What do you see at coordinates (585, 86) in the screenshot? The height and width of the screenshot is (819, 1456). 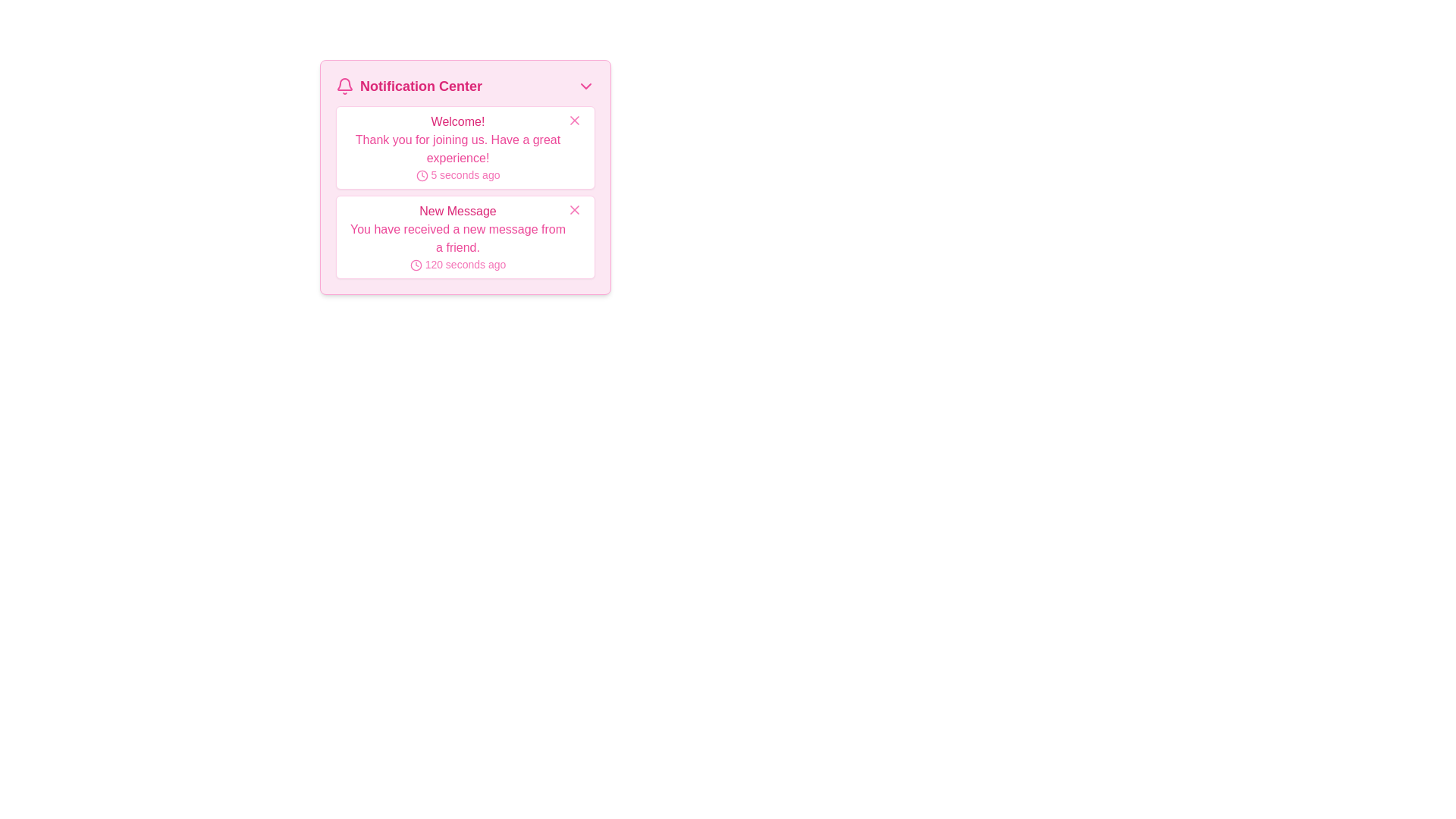 I see `the pink downward-pointing chevron icon located on the rightmost side of the 'Notification Center' header` at bounding box center [585, 86].